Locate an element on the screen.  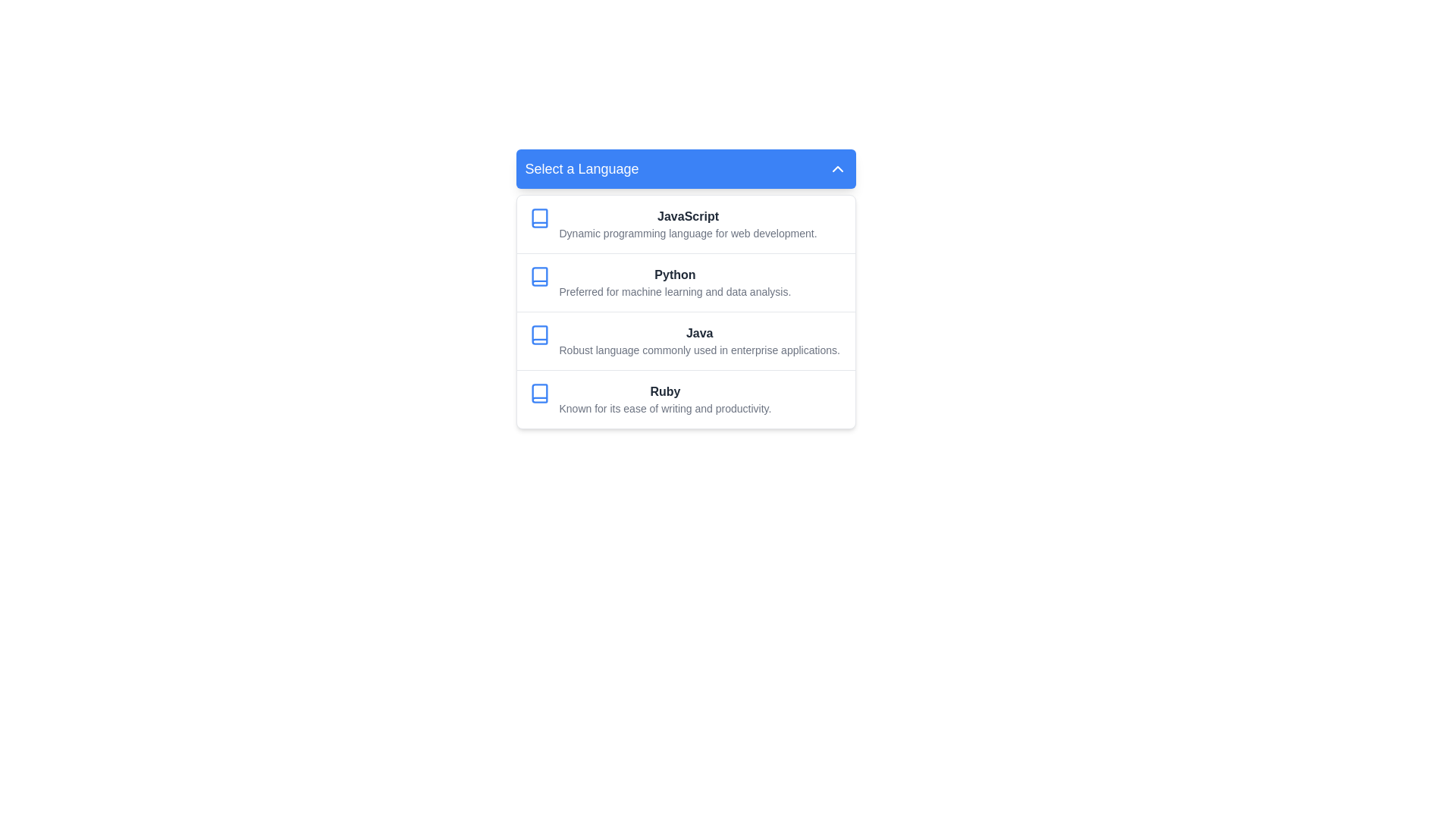
the textual list item displaying 'Ruby' is located at coordinates (665, 399).